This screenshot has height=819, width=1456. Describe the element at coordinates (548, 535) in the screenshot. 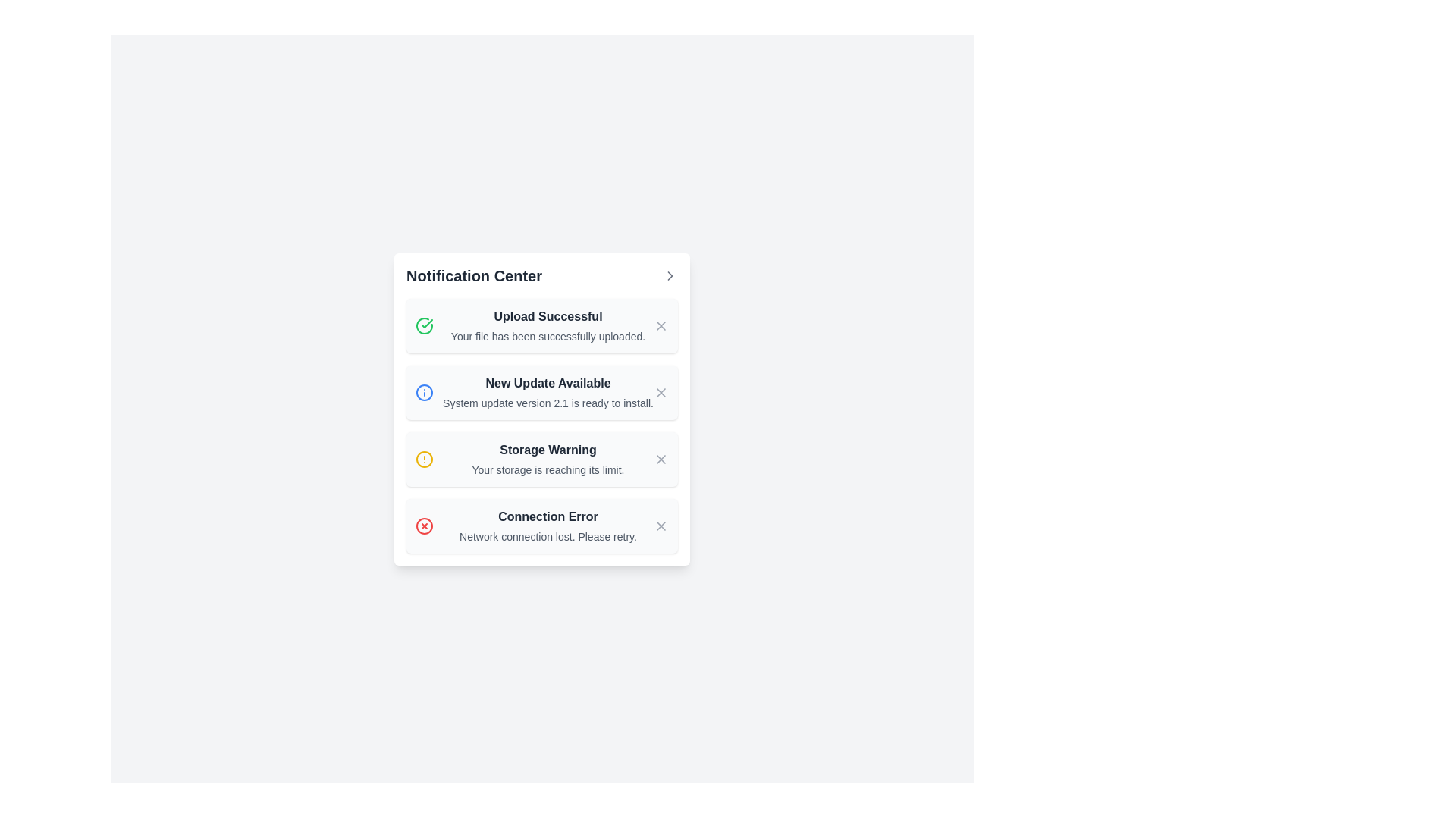

I see `the text label that informs the user about a network connectivity issue, located below the heading 'Connection Error' in the notification panel` at that location.